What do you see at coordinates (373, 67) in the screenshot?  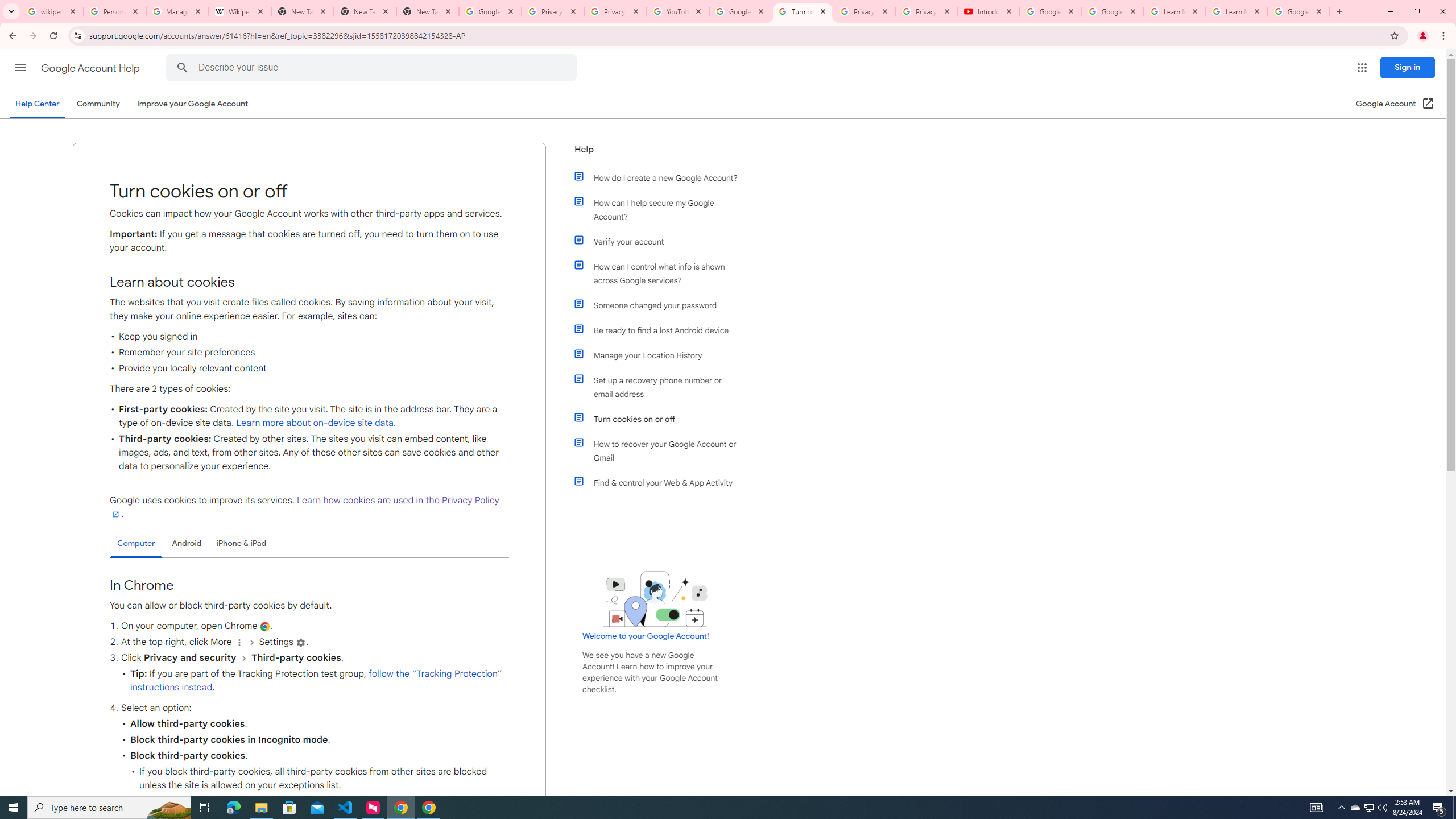 I see `'Describe your issue'` at bounding box center [373, 67].